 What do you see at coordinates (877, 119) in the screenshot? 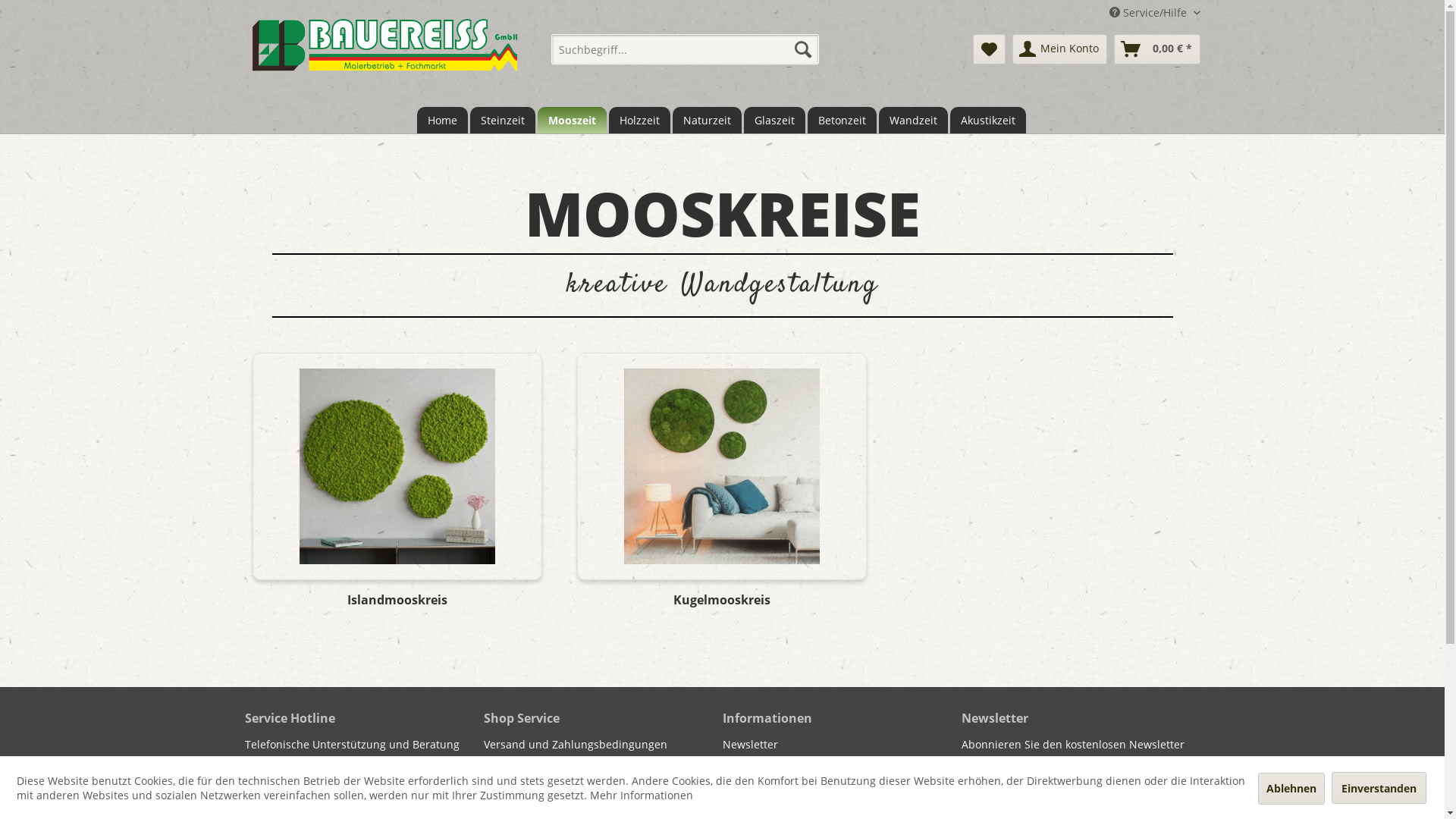
I see `'Wandzeit'` at bounding box center [877, 119].